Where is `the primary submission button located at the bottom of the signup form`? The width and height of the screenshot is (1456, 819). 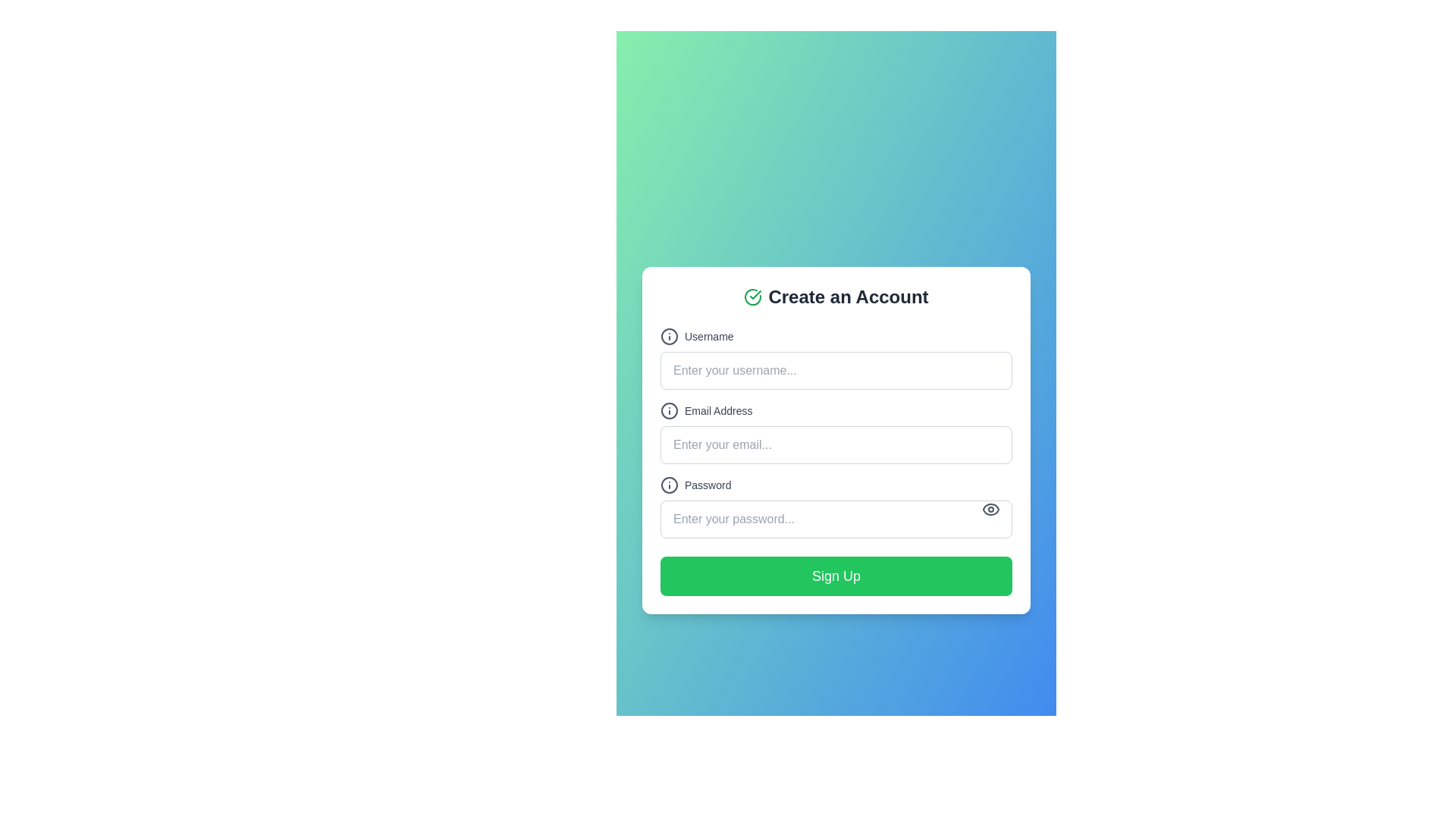
the primary submission button located at the bottom of the signup form is located at coordinates (836, 576).